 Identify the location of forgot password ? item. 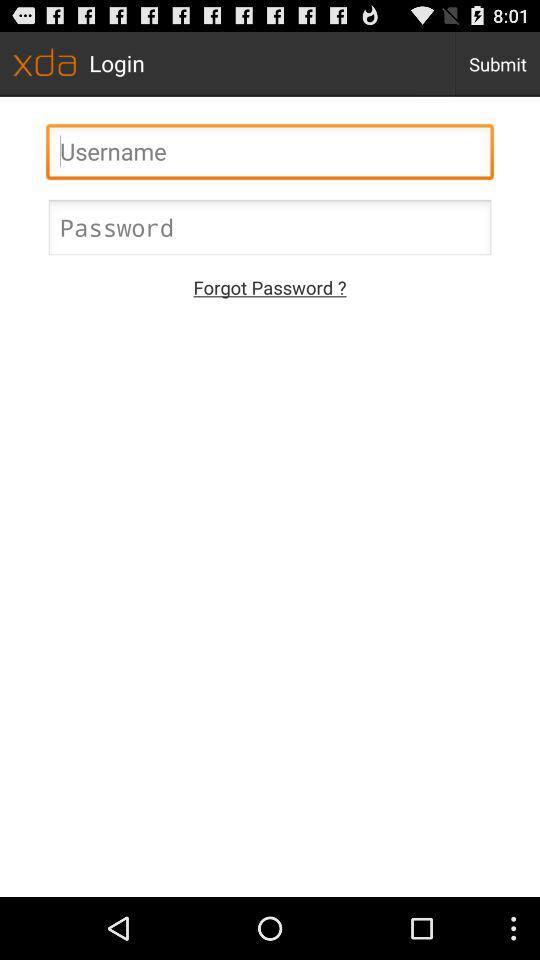
(270, 286).